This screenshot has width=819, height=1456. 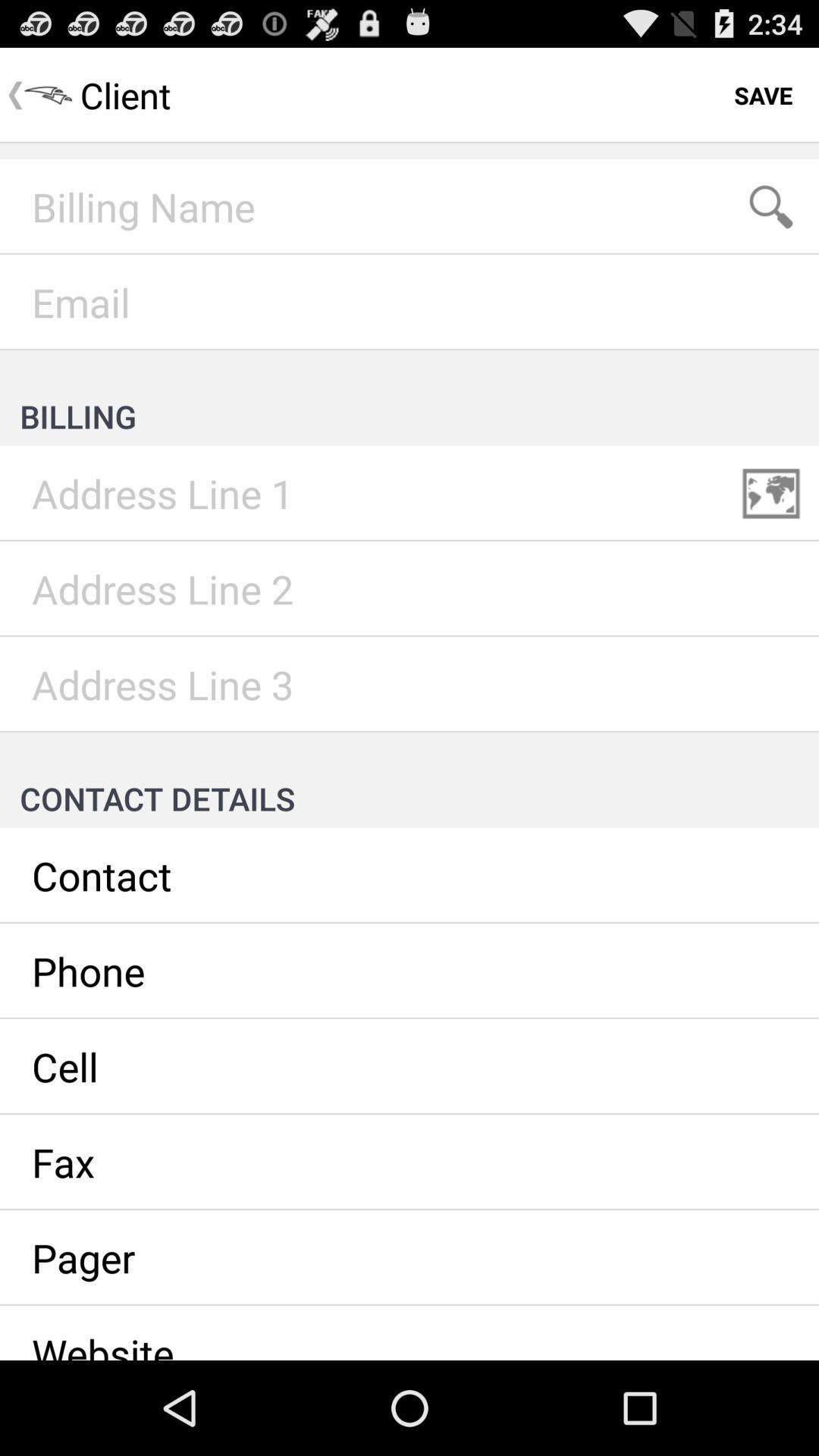 What do you see at coordinates (409, 302) in the screenshot?
I see `email dialogue box` at bounding box center [409, 302].